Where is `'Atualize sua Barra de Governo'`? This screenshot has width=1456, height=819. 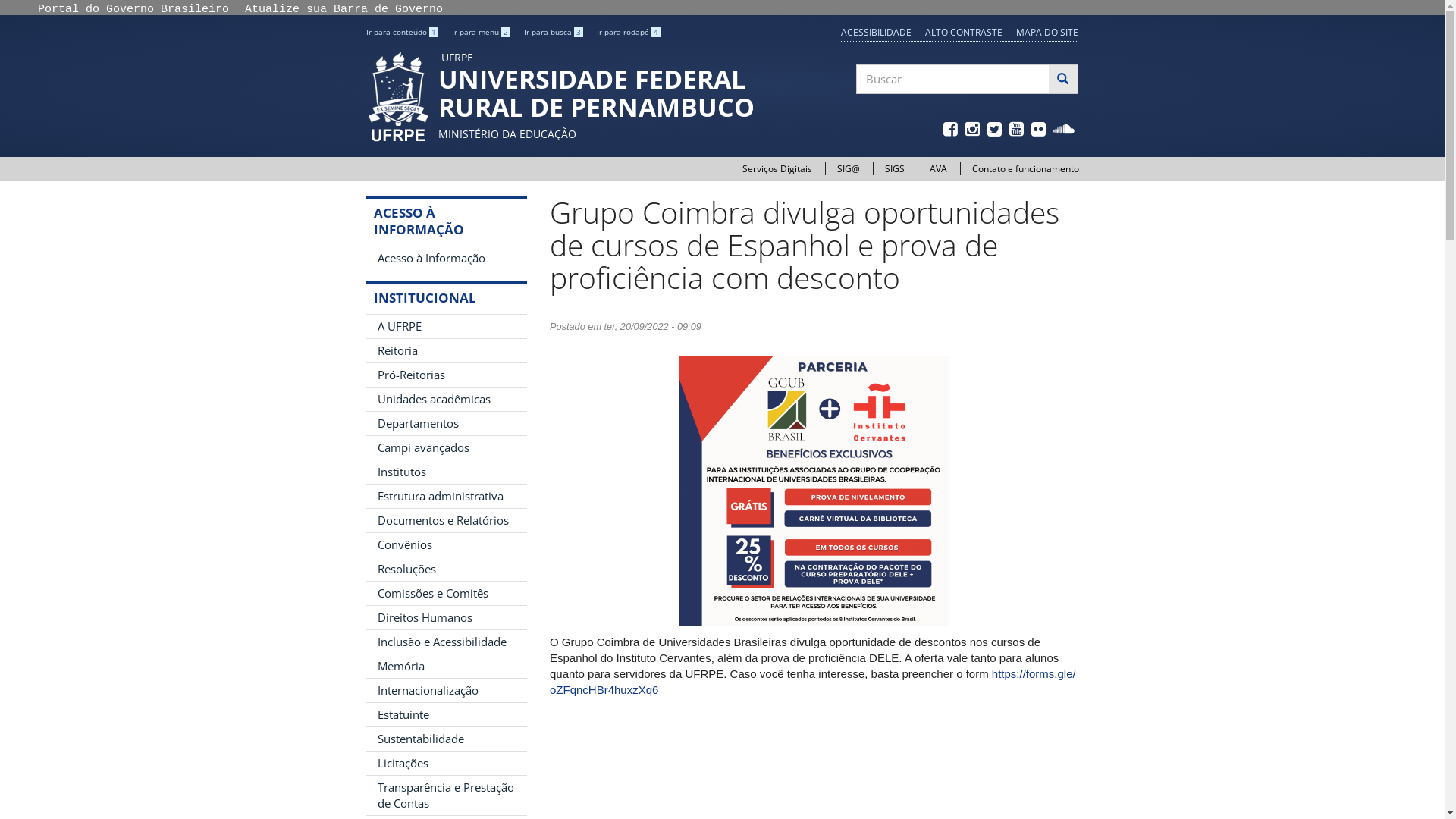 'Atualize sua Barra de Governo' is located at coordinates (343, 9).